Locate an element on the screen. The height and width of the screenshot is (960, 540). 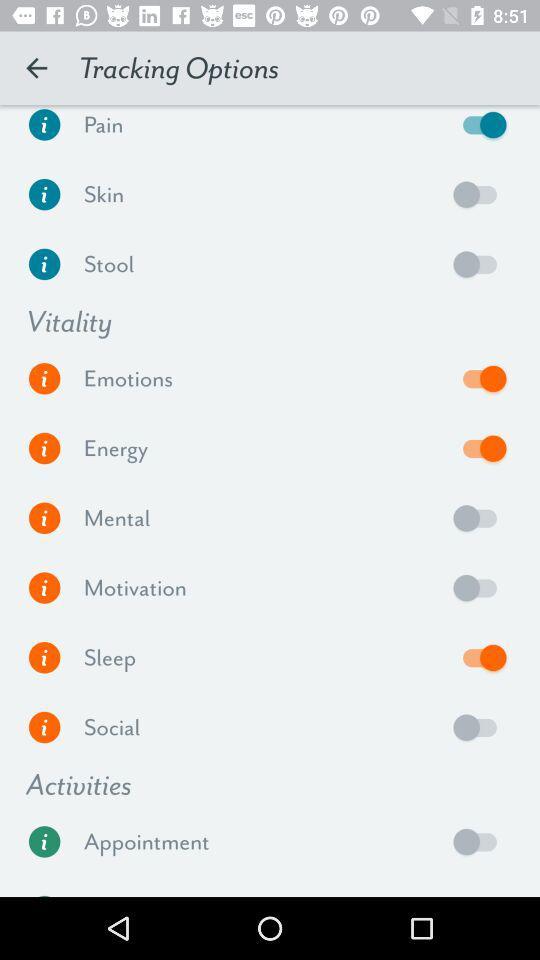
emotions is located at coordinates (479, 377).